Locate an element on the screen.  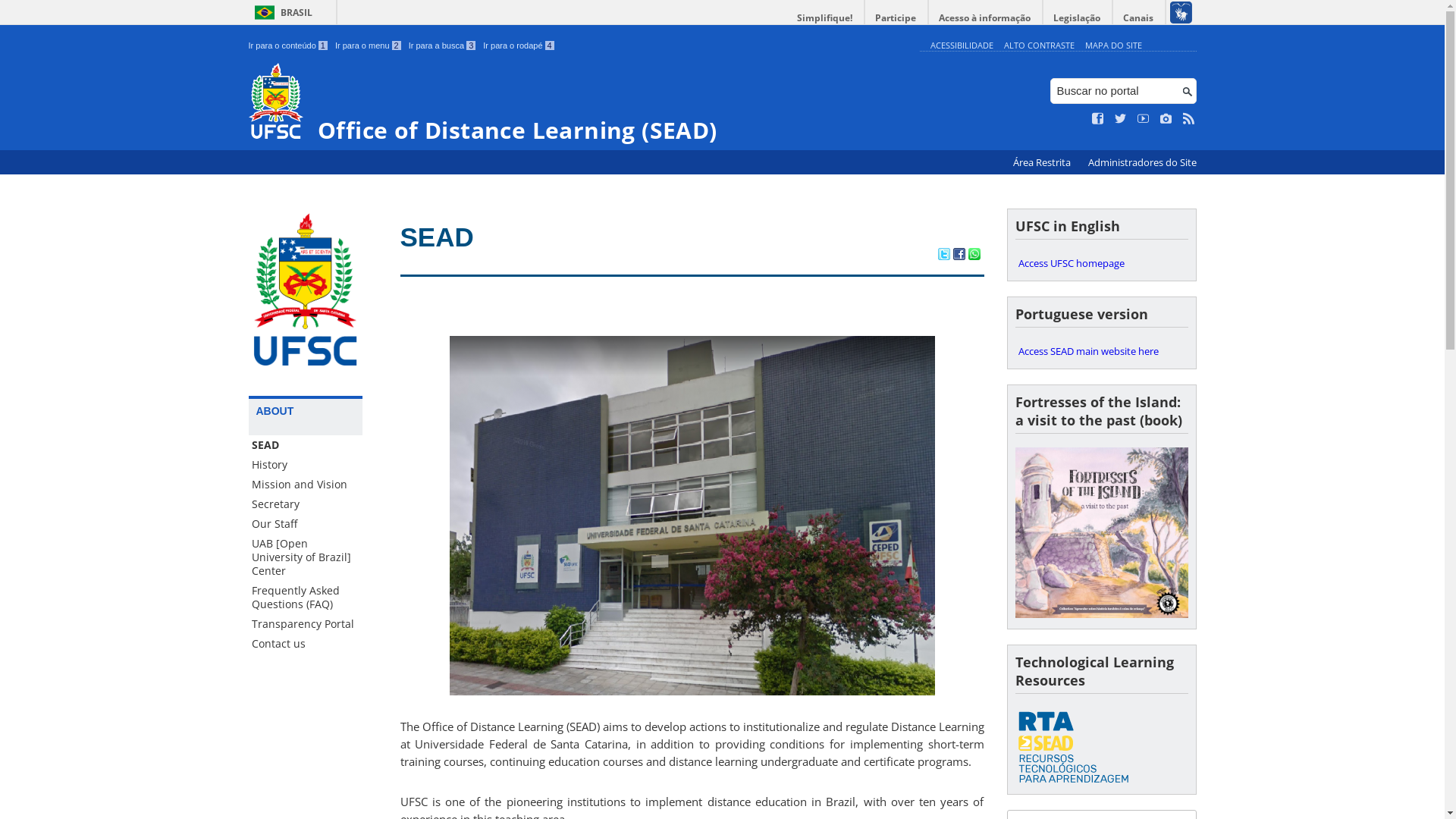
'Access UFSC homepage' is located at coordinates (1101, 262).